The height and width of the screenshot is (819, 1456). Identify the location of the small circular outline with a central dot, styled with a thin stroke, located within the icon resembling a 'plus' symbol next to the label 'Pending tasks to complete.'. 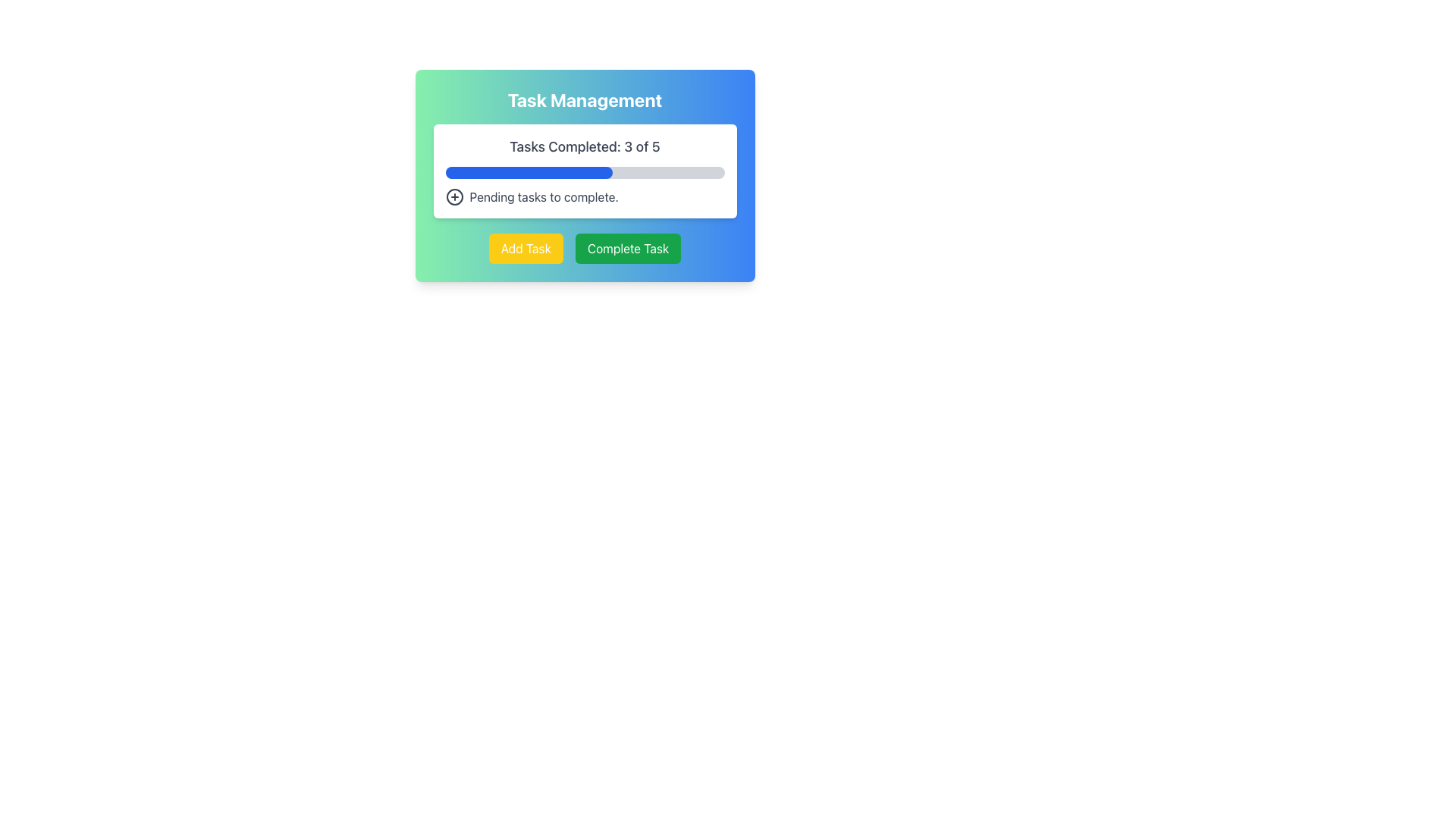
(453, 196).